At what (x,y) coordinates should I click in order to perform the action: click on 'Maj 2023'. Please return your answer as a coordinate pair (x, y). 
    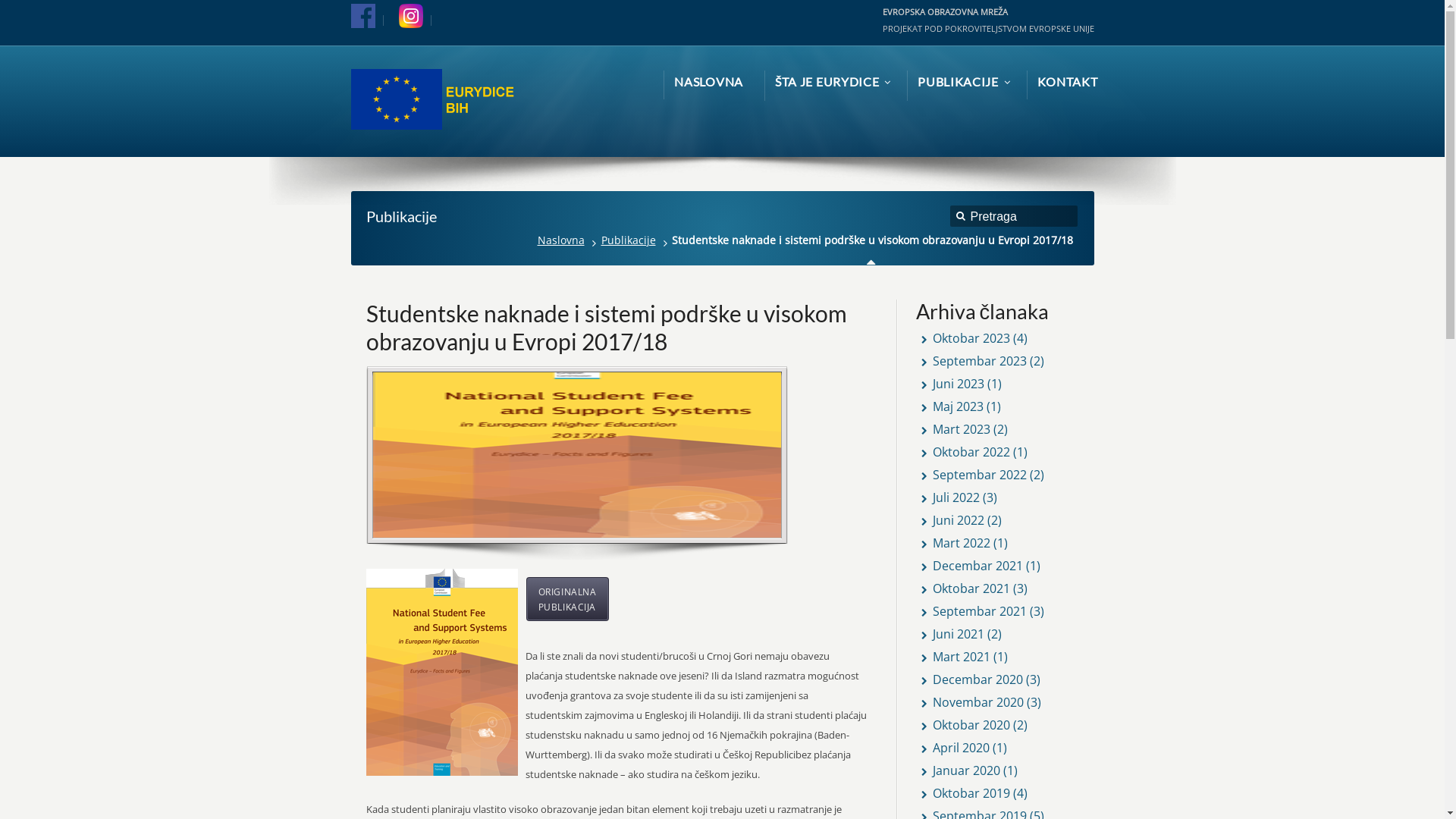
    Looking at the image, I should click on (957, 406).